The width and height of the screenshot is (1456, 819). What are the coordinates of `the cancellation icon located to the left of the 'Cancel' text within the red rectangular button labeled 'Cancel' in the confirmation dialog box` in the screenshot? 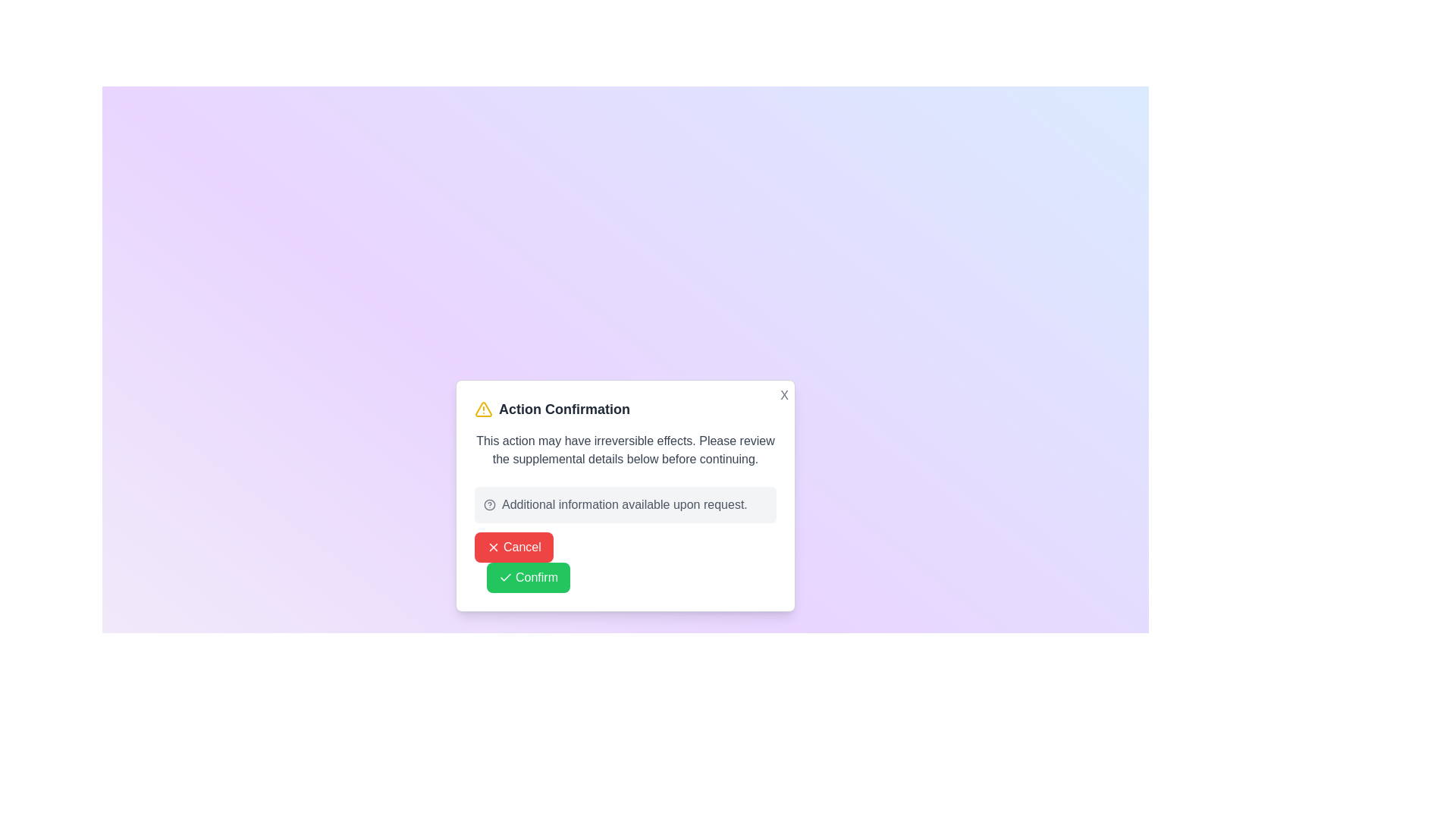 It's located at (494, 547).